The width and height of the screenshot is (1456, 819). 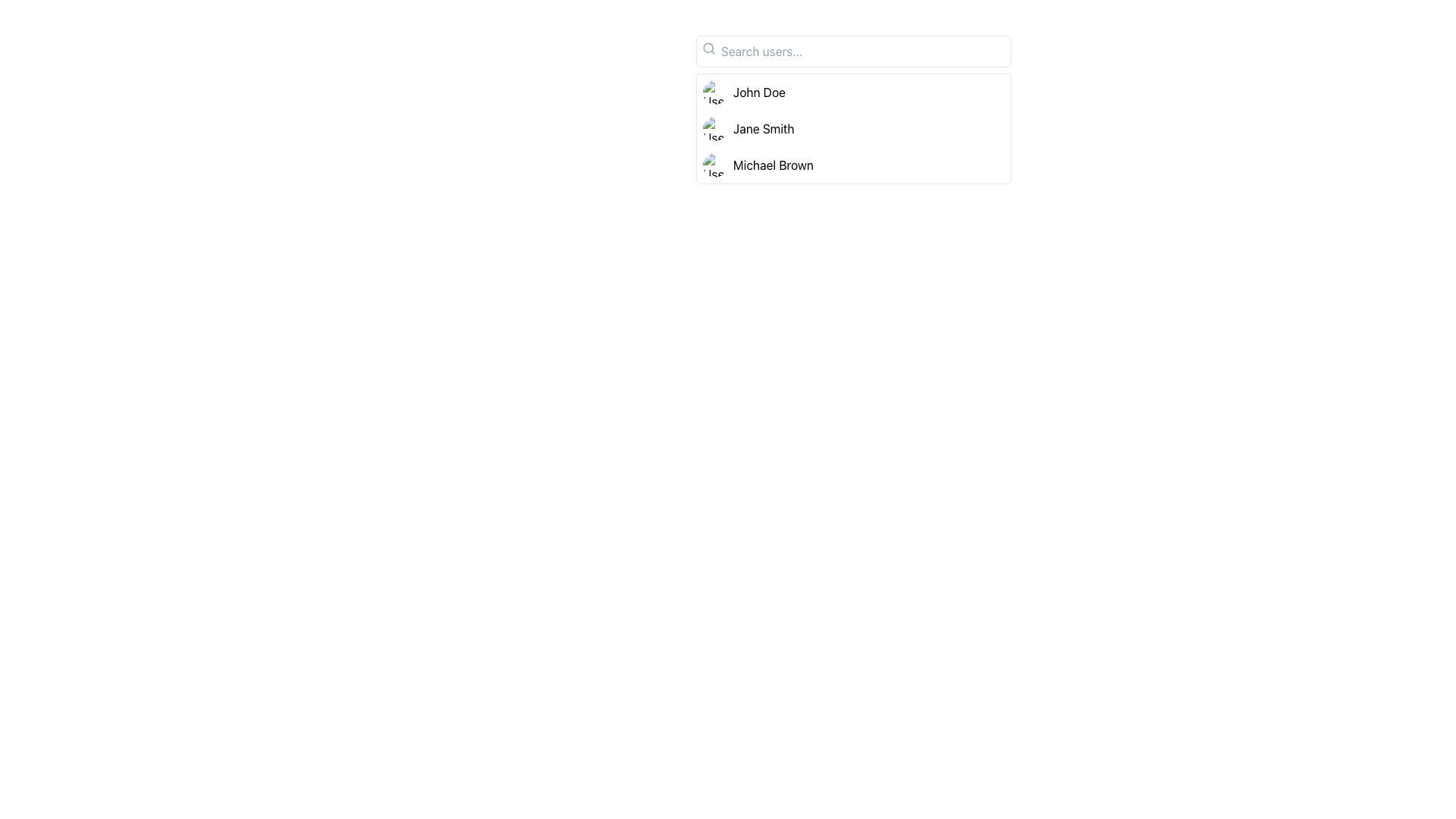 What do you see at coordinates (708, 48) in the screenshot?
I see `the search icon located at the top-left corner of the search bar component, which indicates the purpose of the search input field` at bounding box center [708, 48].